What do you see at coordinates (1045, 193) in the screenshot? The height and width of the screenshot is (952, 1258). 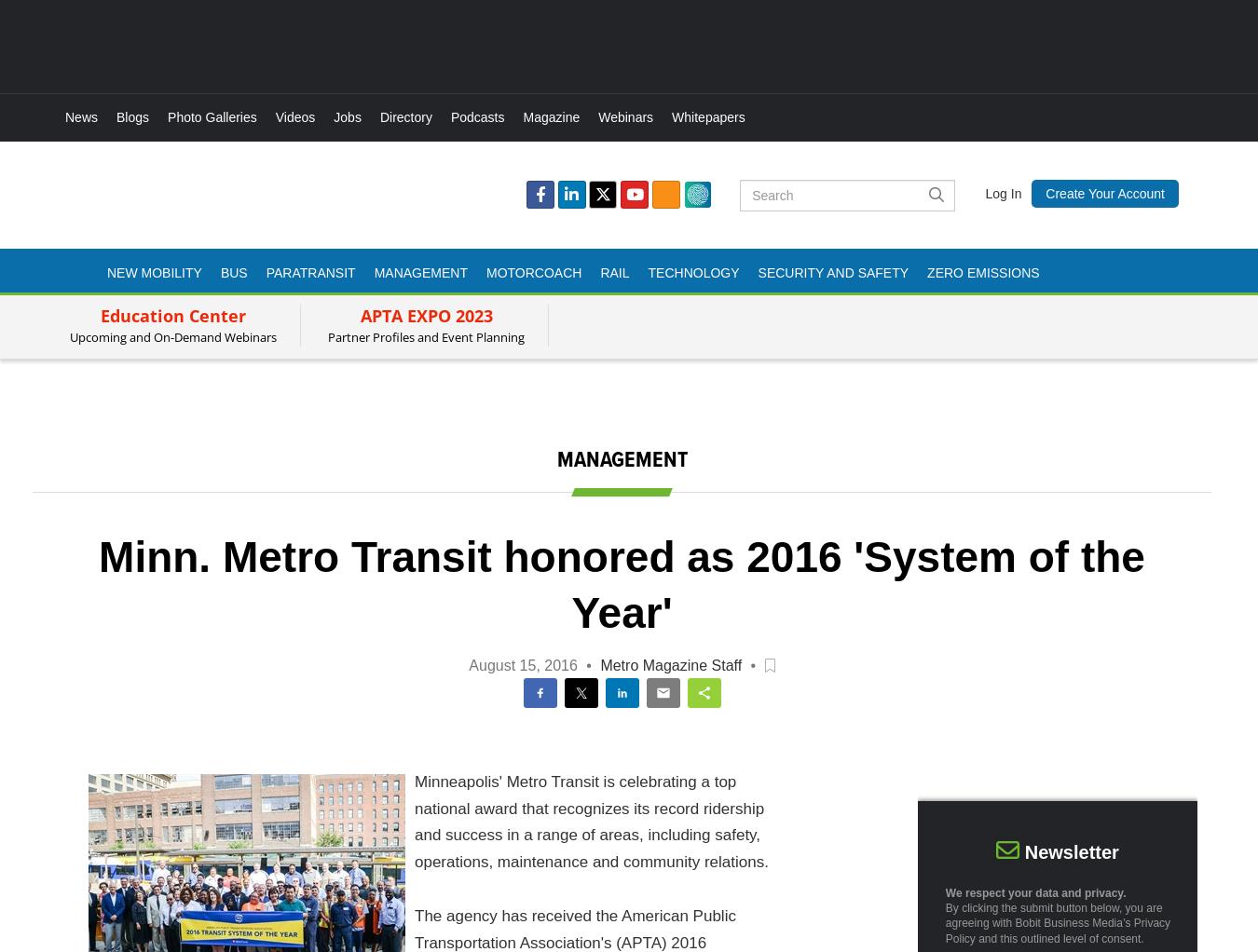 I see `'Create Your Account'` at bounding box center [1045, 193].